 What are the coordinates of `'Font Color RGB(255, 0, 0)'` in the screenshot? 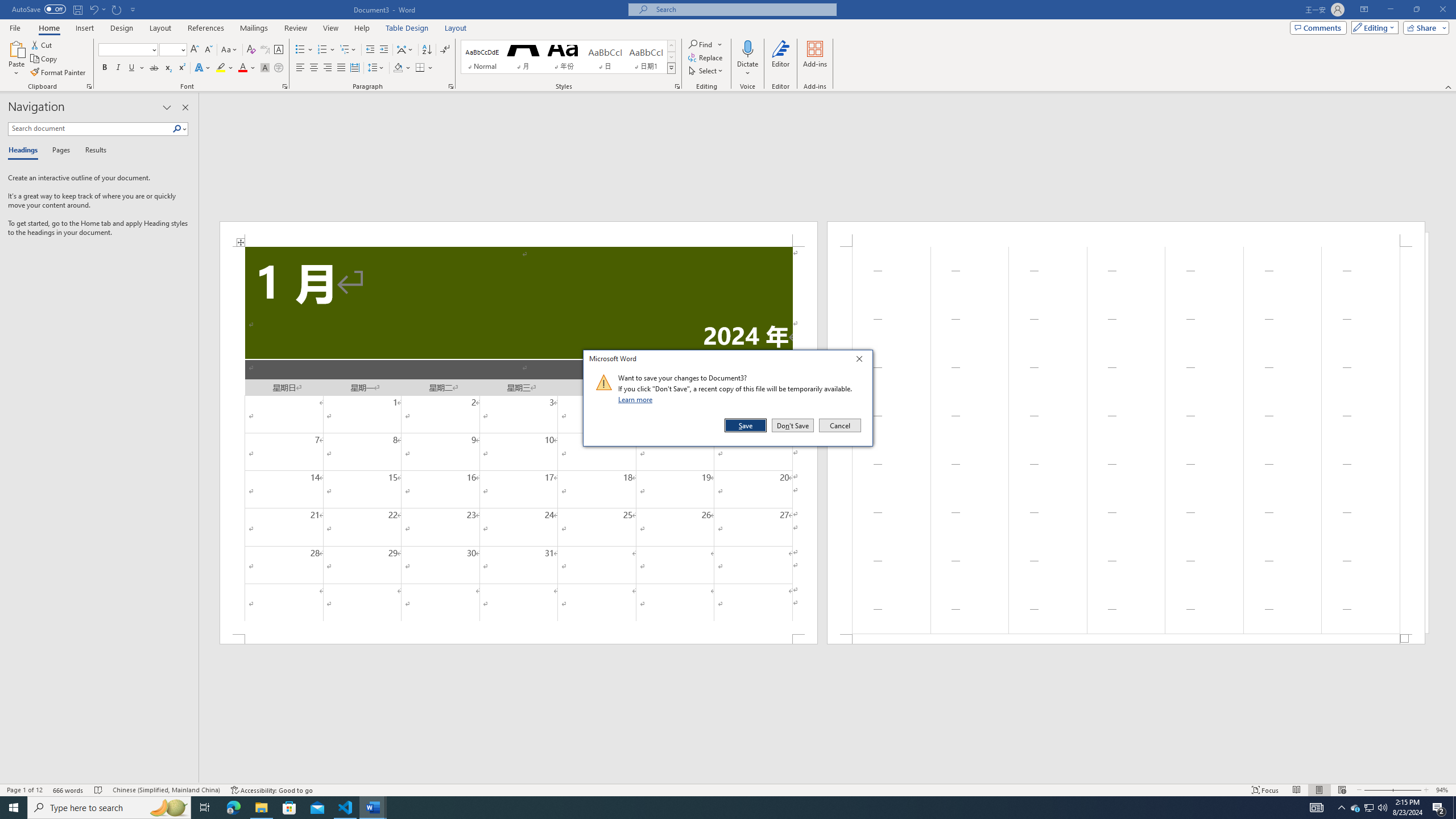 It's located at (242, 67).